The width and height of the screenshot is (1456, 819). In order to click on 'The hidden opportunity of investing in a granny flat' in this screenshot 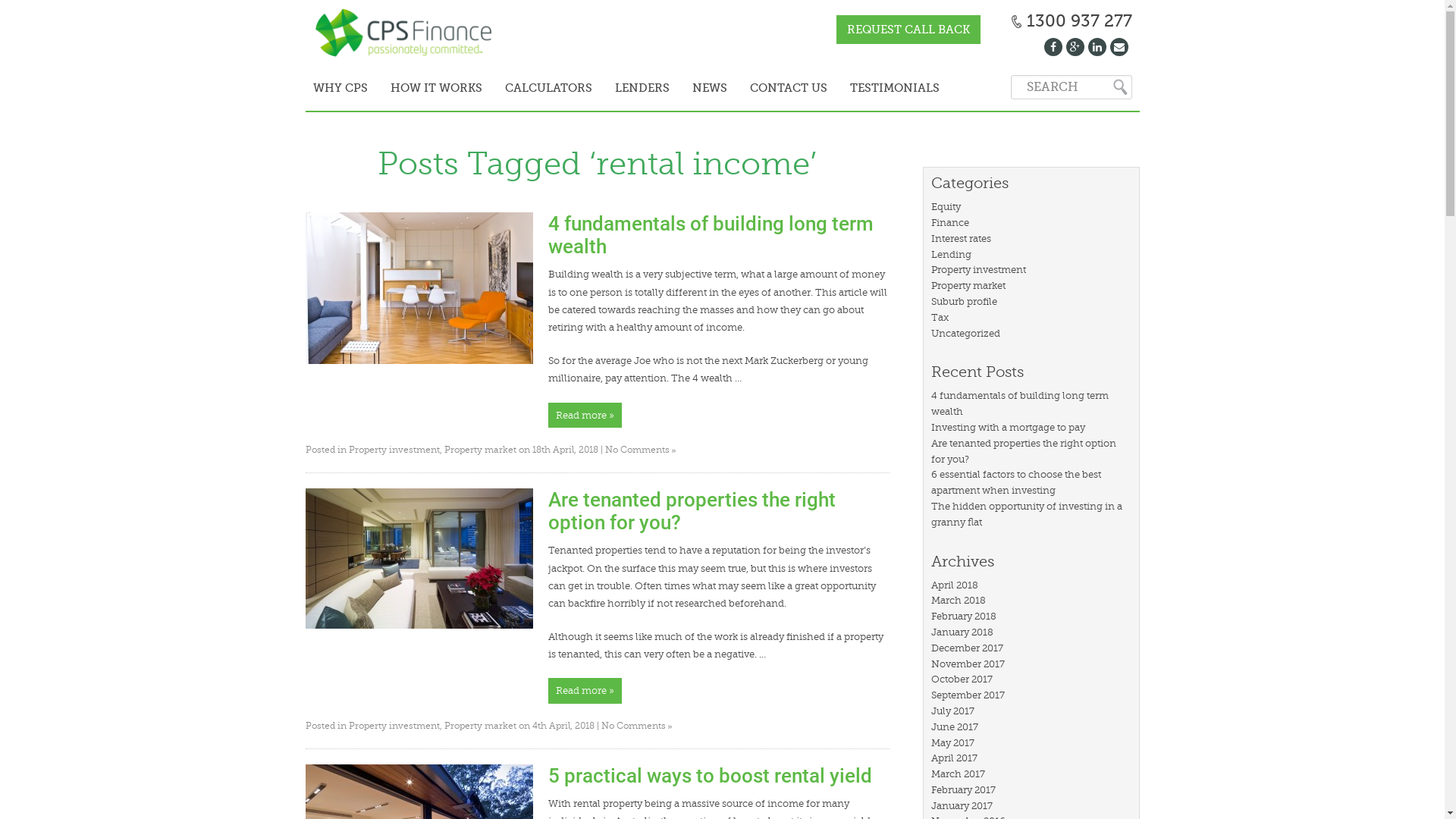, I will do `click(930, 513)`.